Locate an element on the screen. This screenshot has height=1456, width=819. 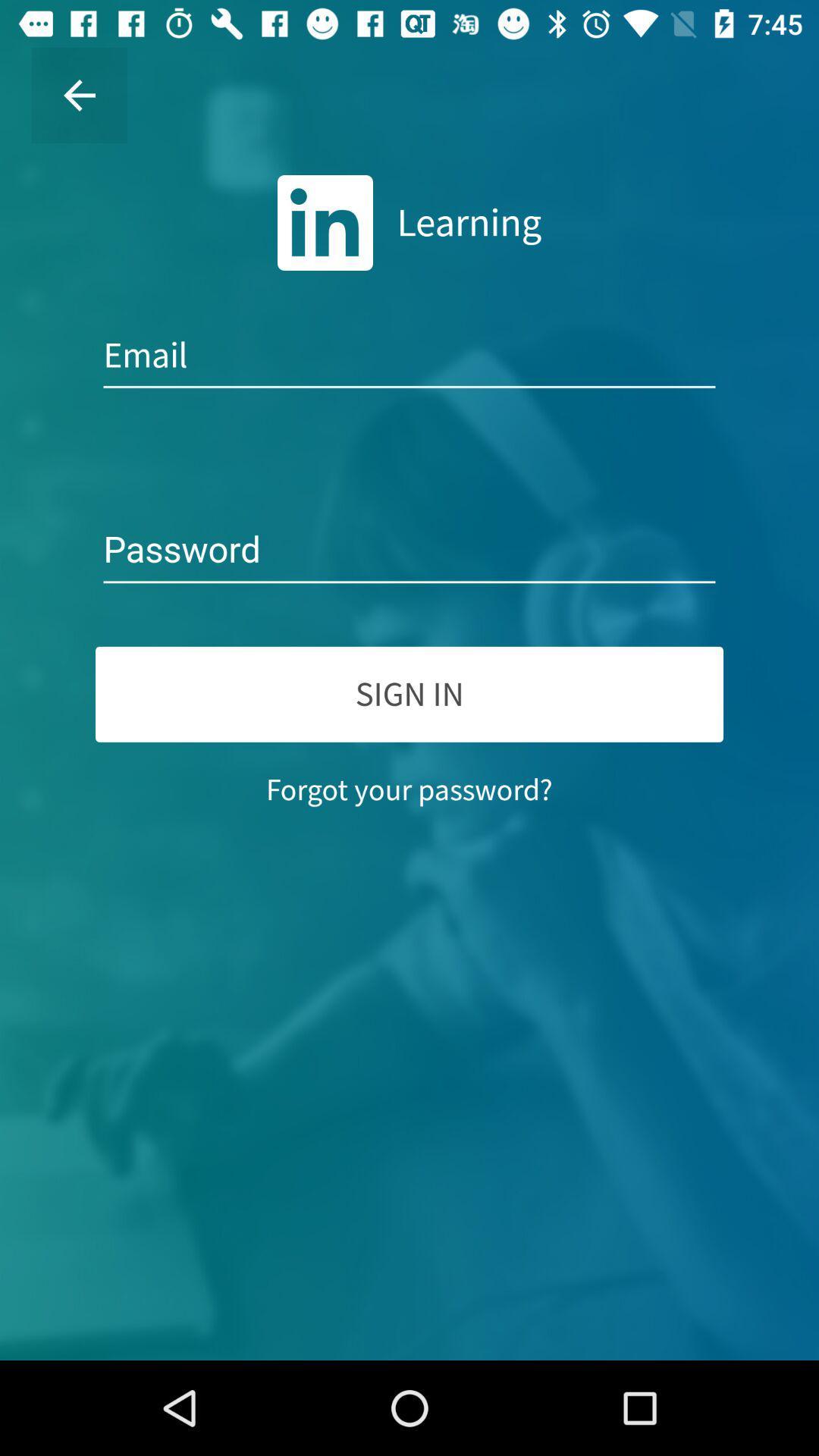
sign in is located at coordinates (409, 693).